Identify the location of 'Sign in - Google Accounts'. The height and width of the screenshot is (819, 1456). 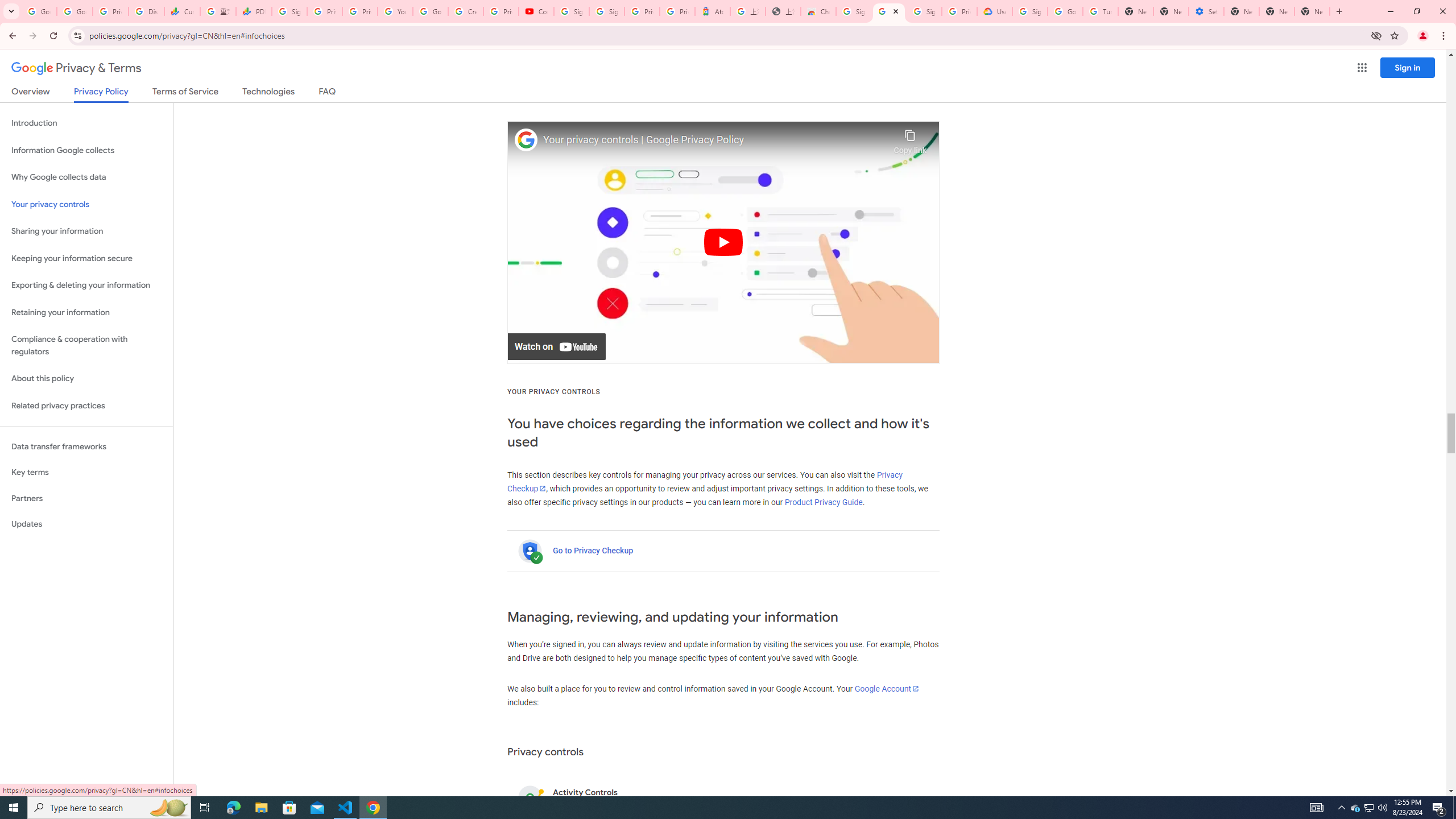
(606, 11).